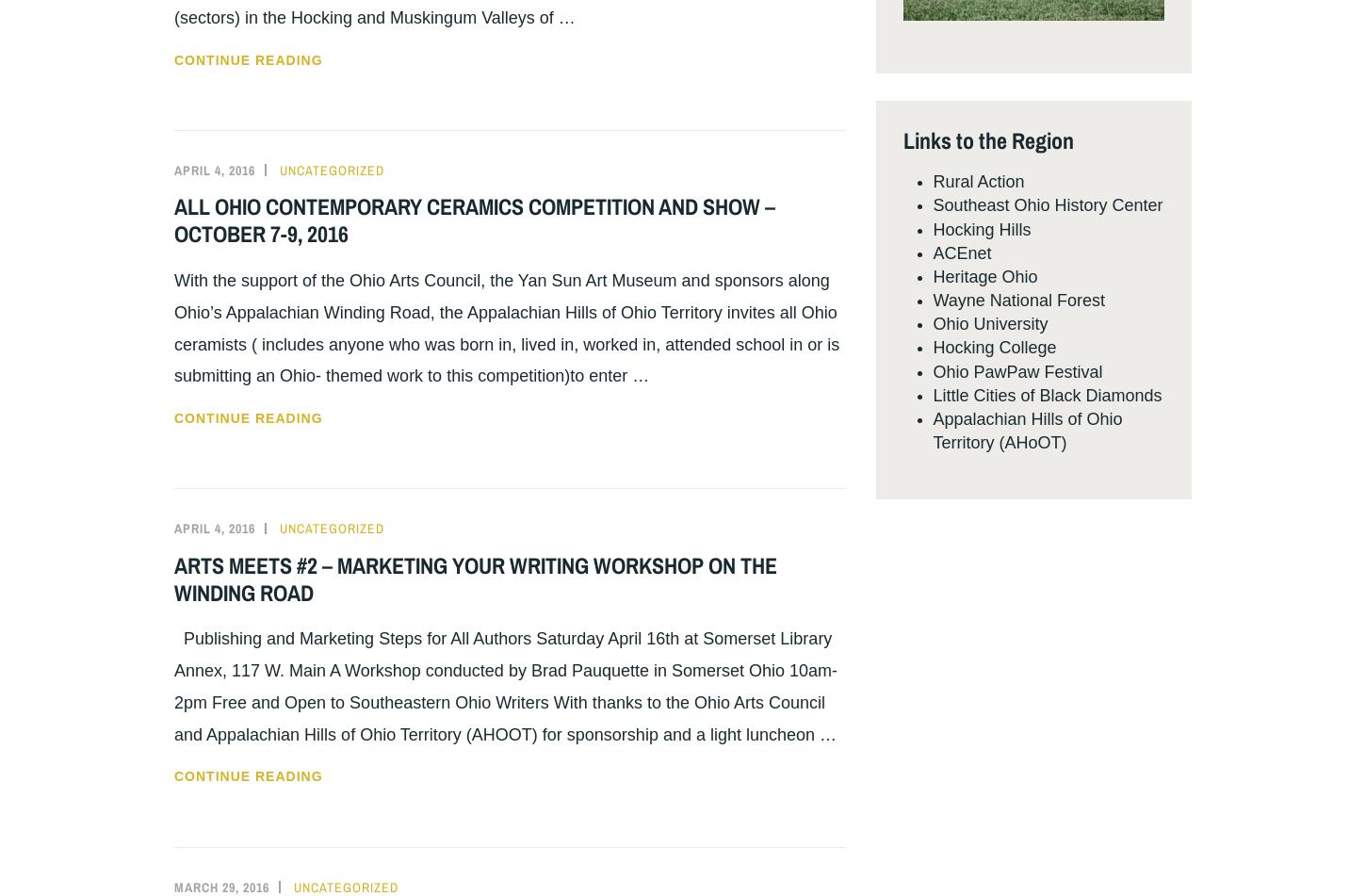 The image size is (1366, 896). I want to click on 'Links to the Region', so click(988, 138).